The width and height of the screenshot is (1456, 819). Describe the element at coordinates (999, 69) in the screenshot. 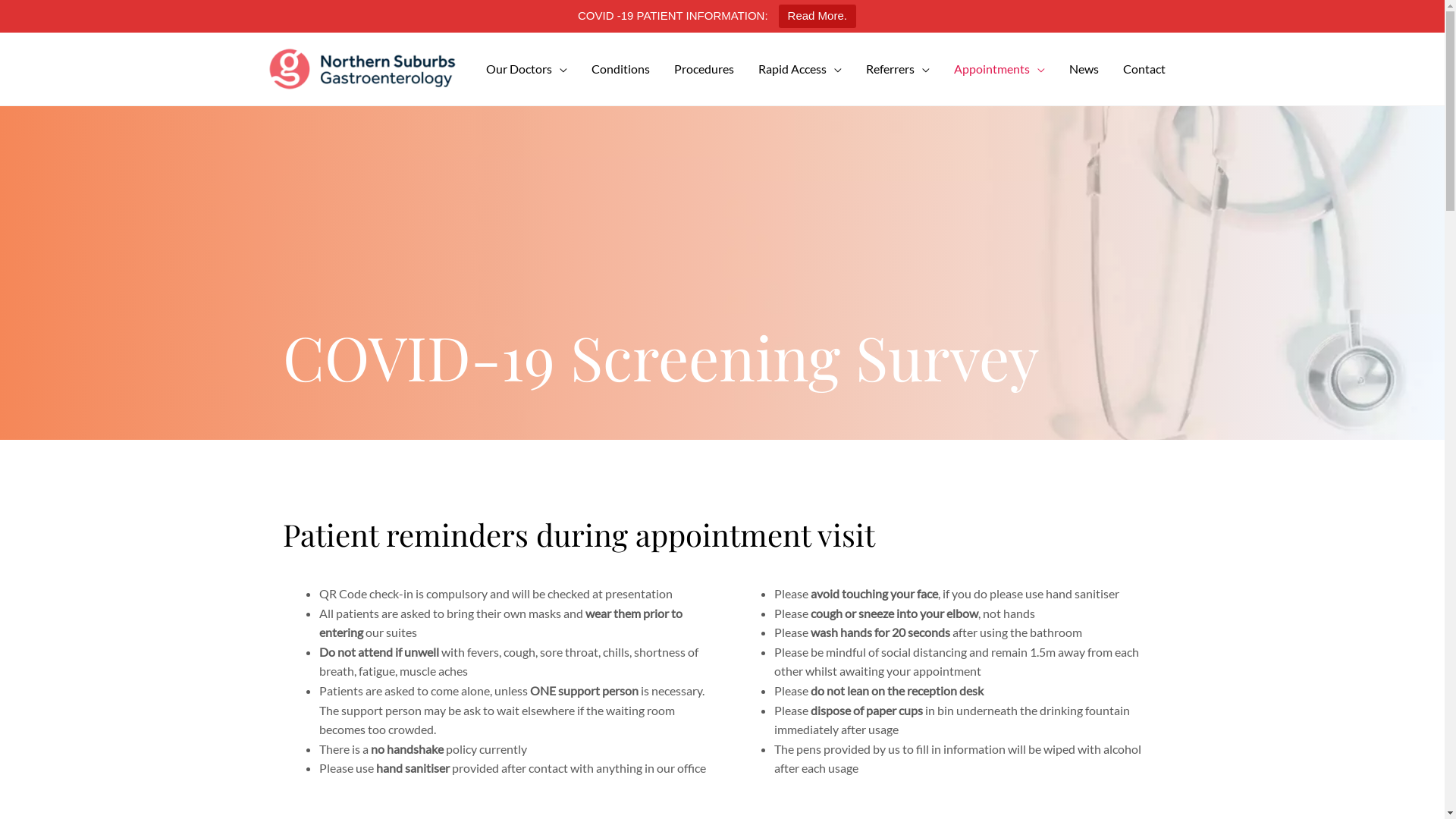

I see `'Appointments'` at that location.